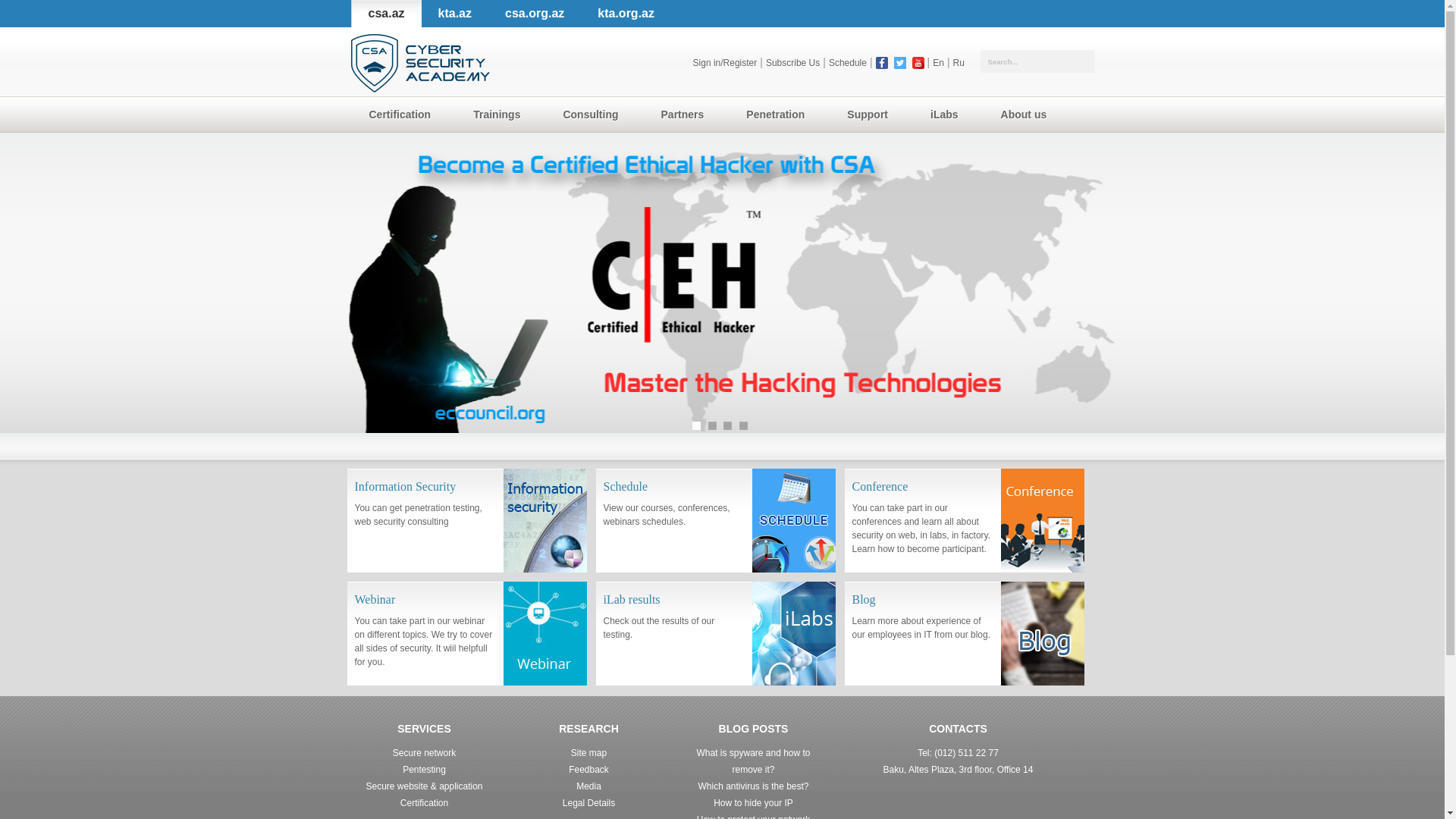 The image size is (1456, 819). I want to click on 'Baku, Altes Plaza, 3rd floor, Office 14', so click(957, 769).